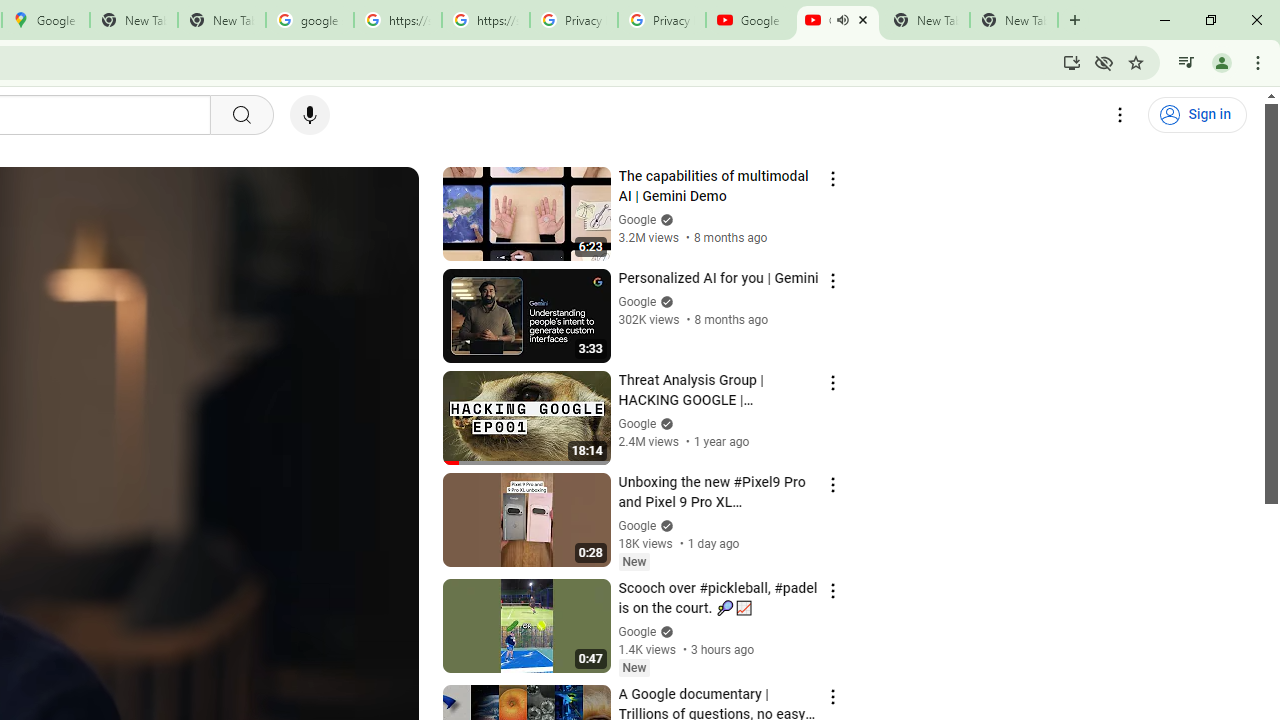 The image size is (1280, 720). Describe the element at coordinates (1014, 20) in the screenshot. I see `'New Tab'` at that location.